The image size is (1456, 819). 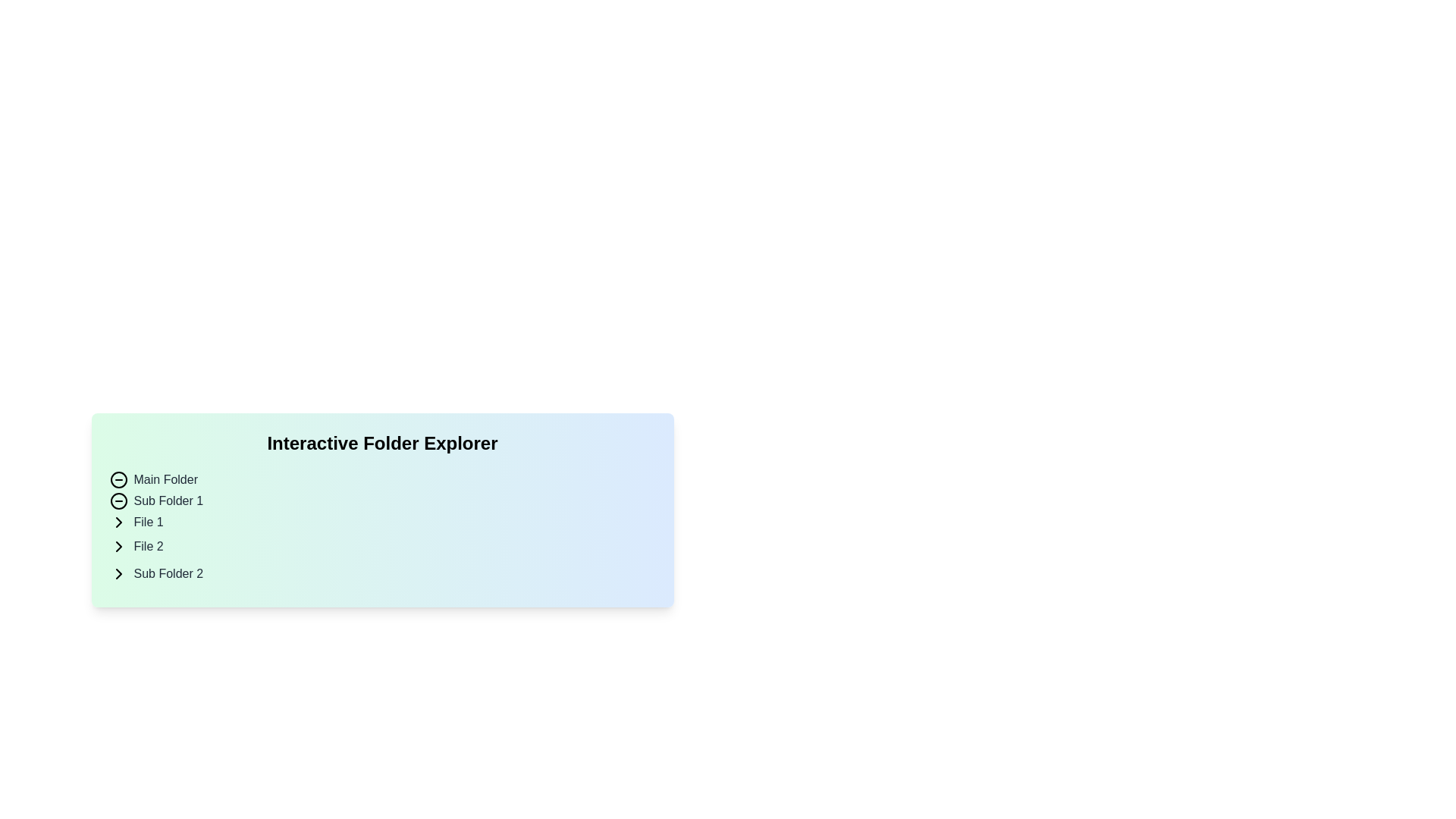 What do you see at coordinates (118, 573) in the screenshot?
I see `the collapsible toggle button next to the 'Sub Folder 2' label` at bounding box center [118, 573].